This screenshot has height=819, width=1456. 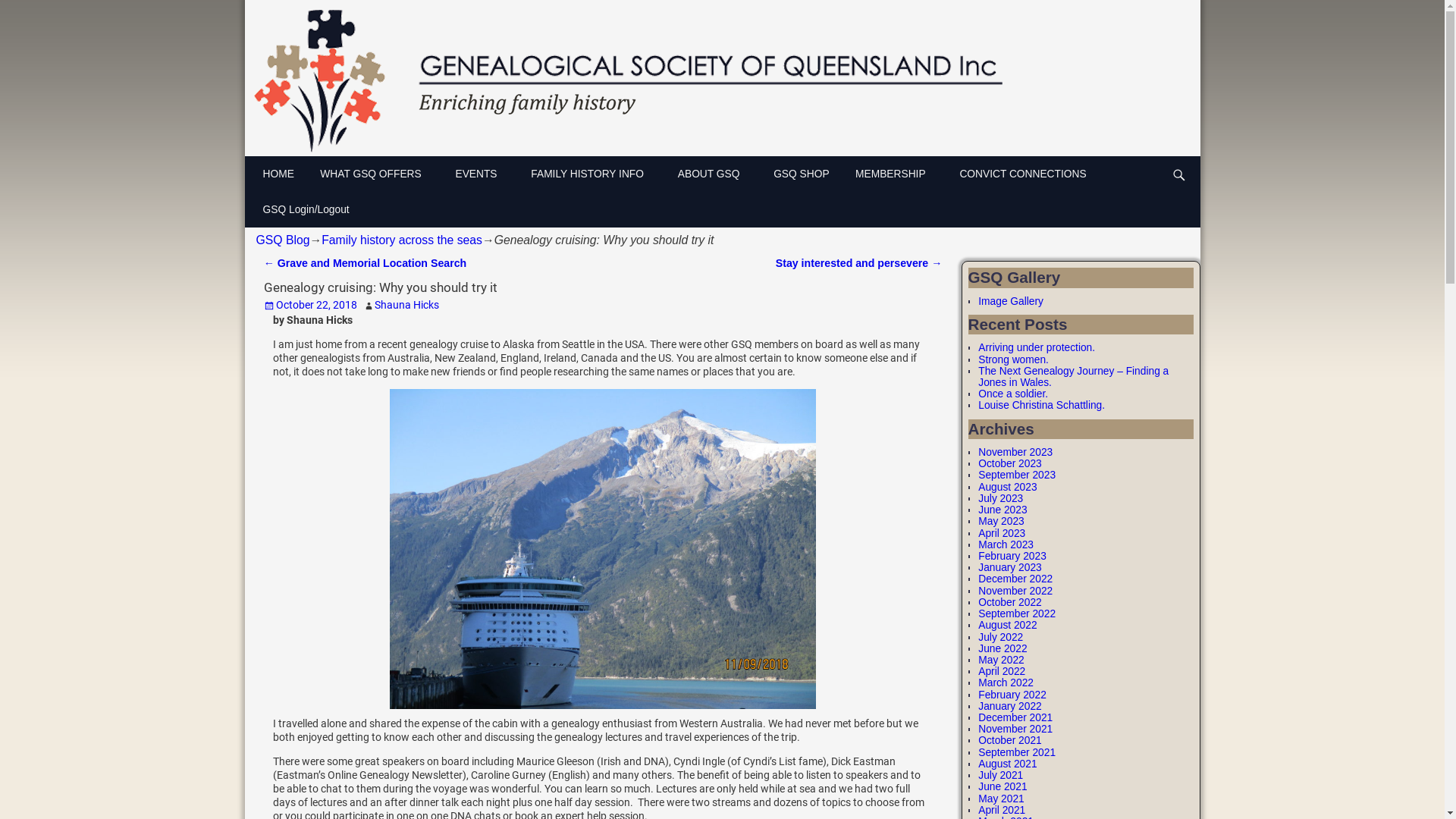 What do you see at coordinates (978, 636) in the screenshot?
I see `'July 2022'` at bounding box center [978, 636].